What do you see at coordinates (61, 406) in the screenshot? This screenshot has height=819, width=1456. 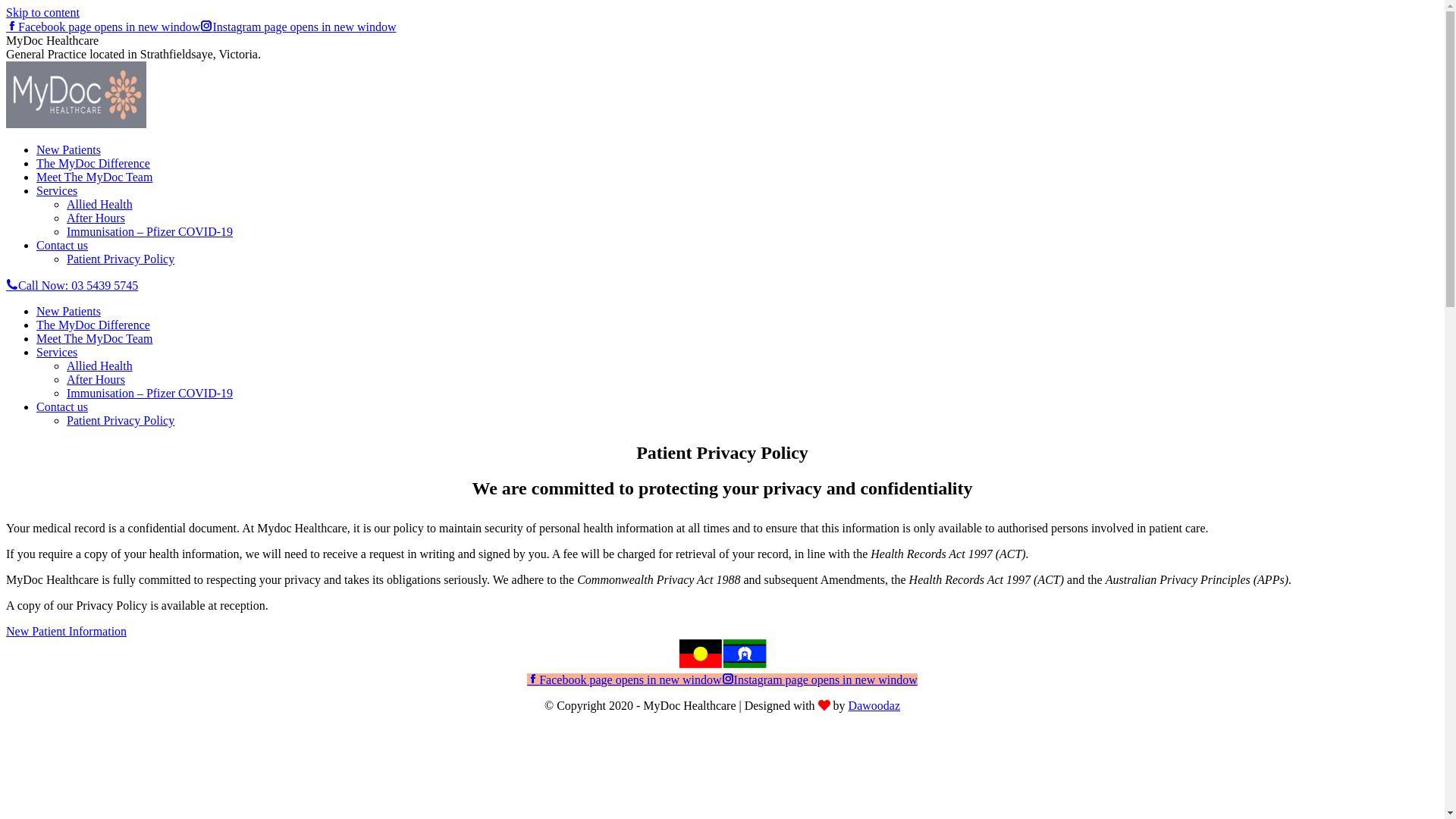 I see `'Contact us'` at bounding box center [61, 406].